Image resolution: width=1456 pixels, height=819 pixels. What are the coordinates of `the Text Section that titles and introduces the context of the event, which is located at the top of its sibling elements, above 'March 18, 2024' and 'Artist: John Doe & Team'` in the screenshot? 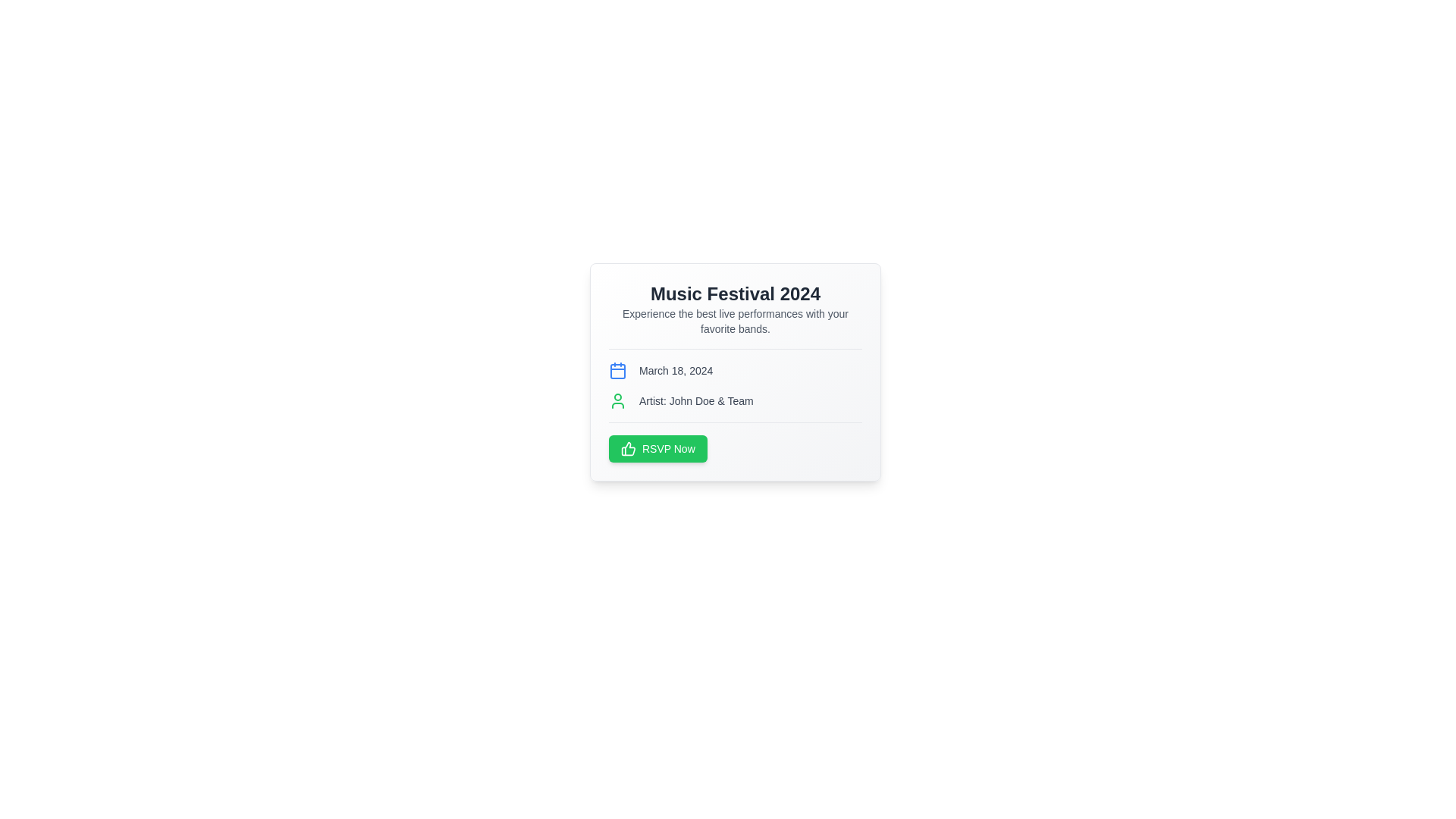 It's located at (735, 315).